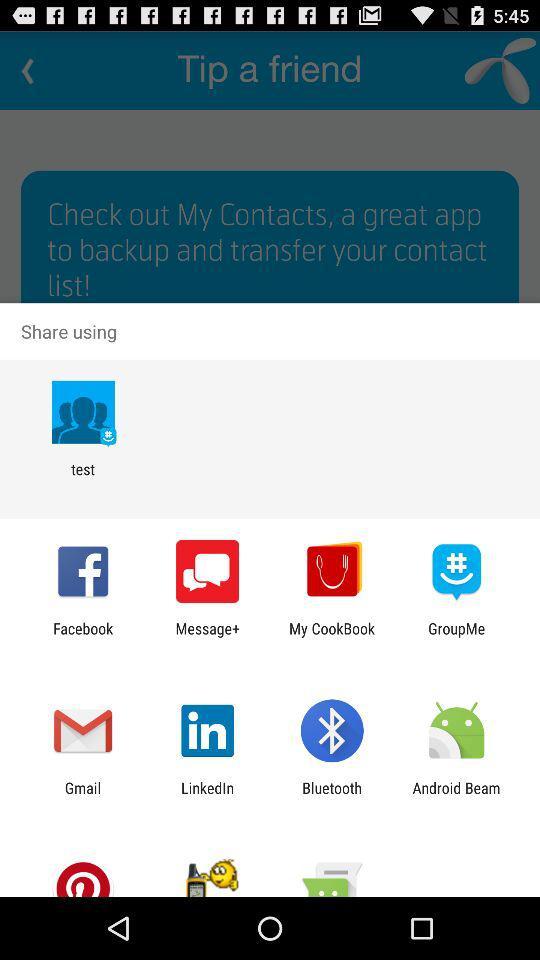 Image resolution: width=540 pixels, height=960 pixels. I want to click on item to the left of message+, so click(82, 636).